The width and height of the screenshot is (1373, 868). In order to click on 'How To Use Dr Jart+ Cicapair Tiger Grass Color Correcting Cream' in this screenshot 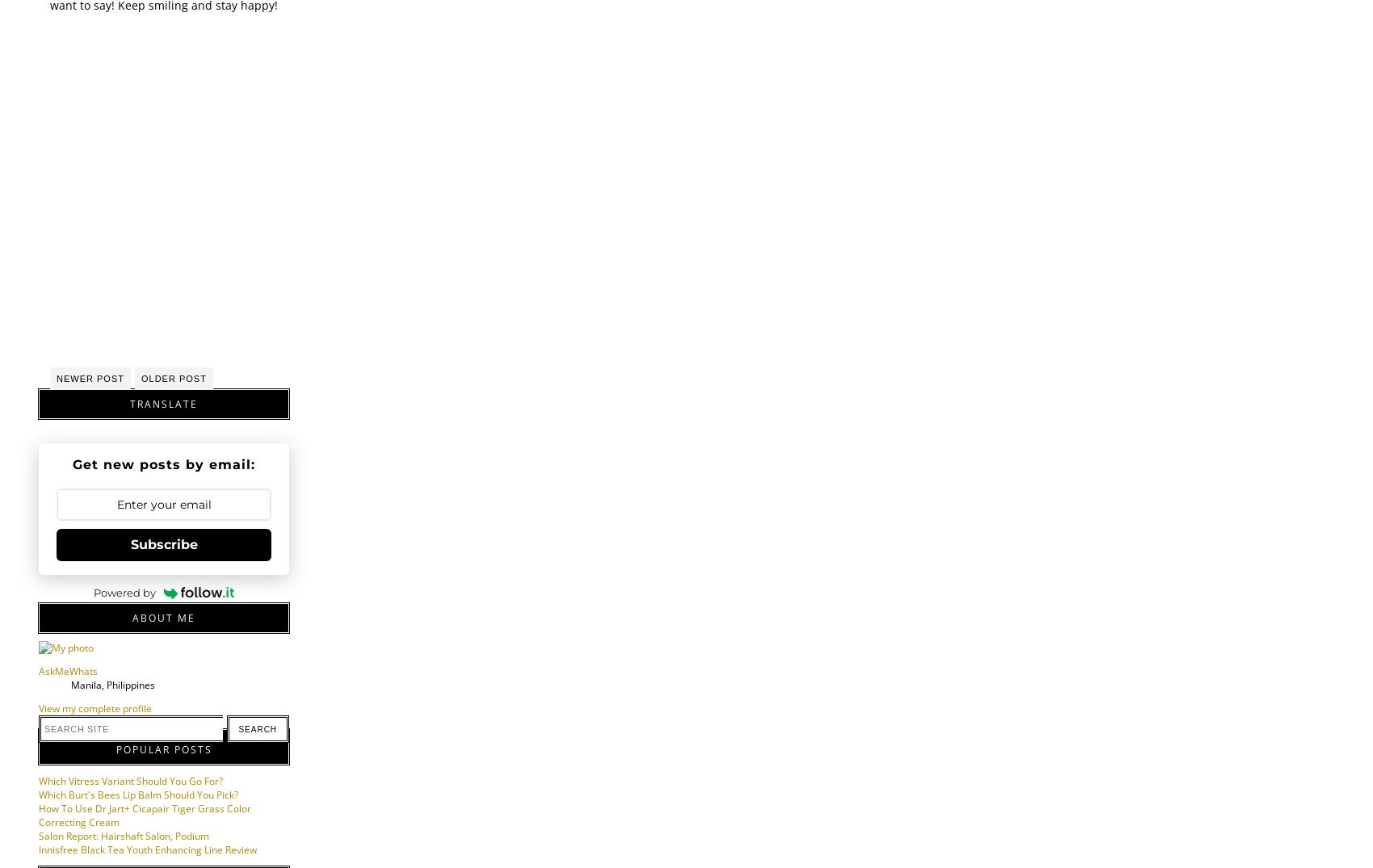, I will do `click(38, 814)`.